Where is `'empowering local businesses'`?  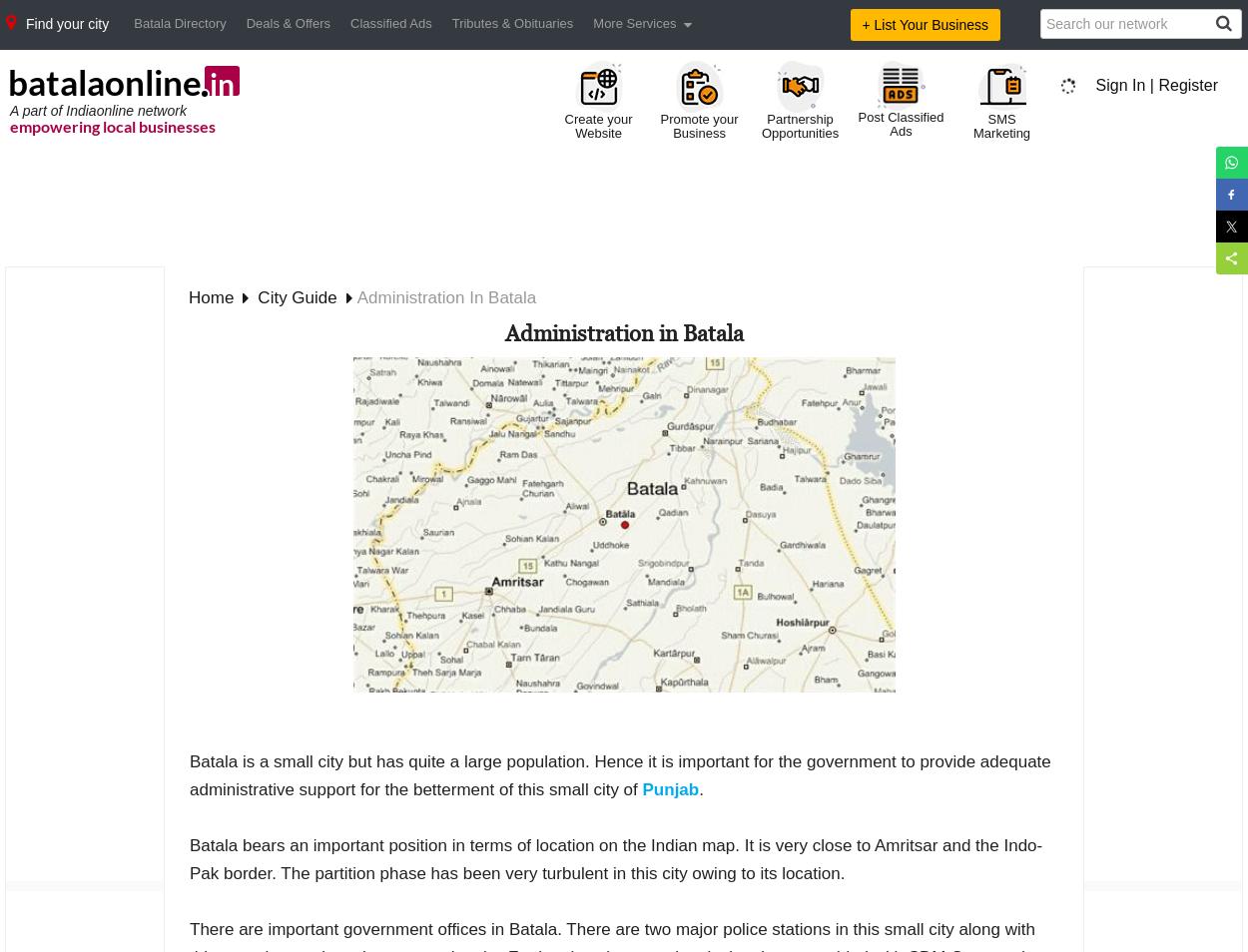
'empowering local businesses' is located at coordinates (10, 124).